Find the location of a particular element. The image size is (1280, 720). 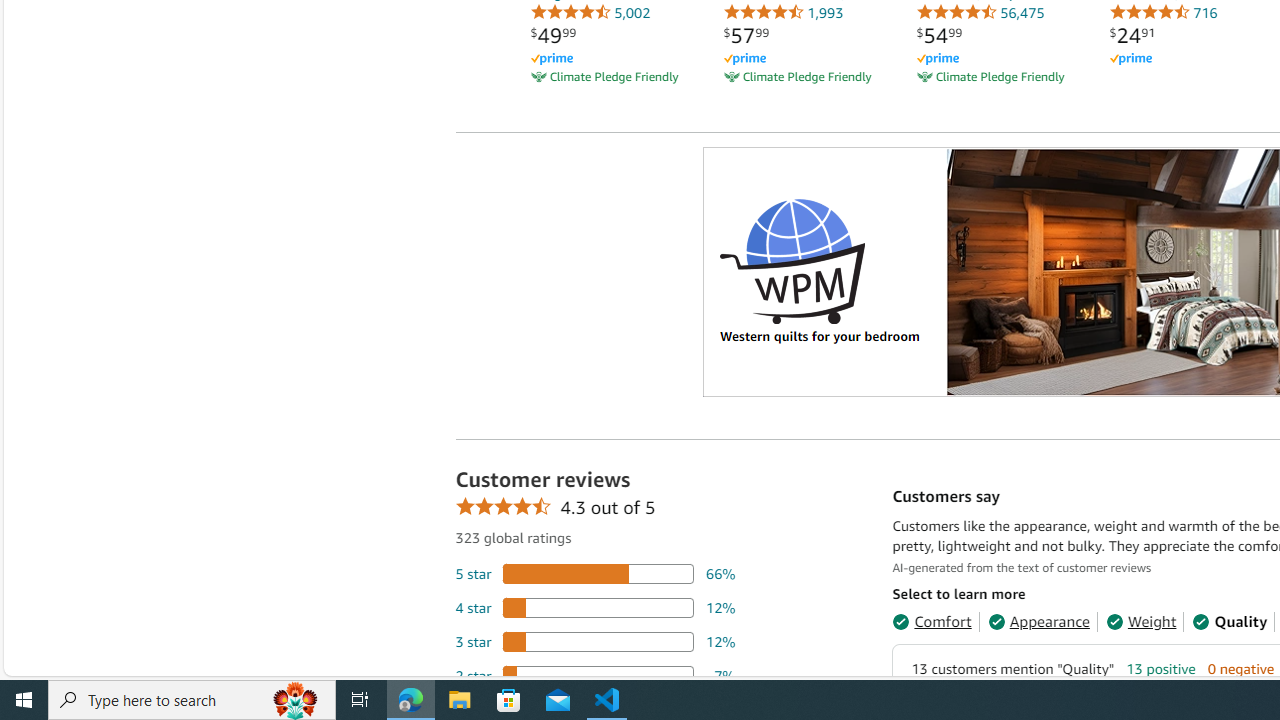

'$54.99' is located at coordinates (938, 35).